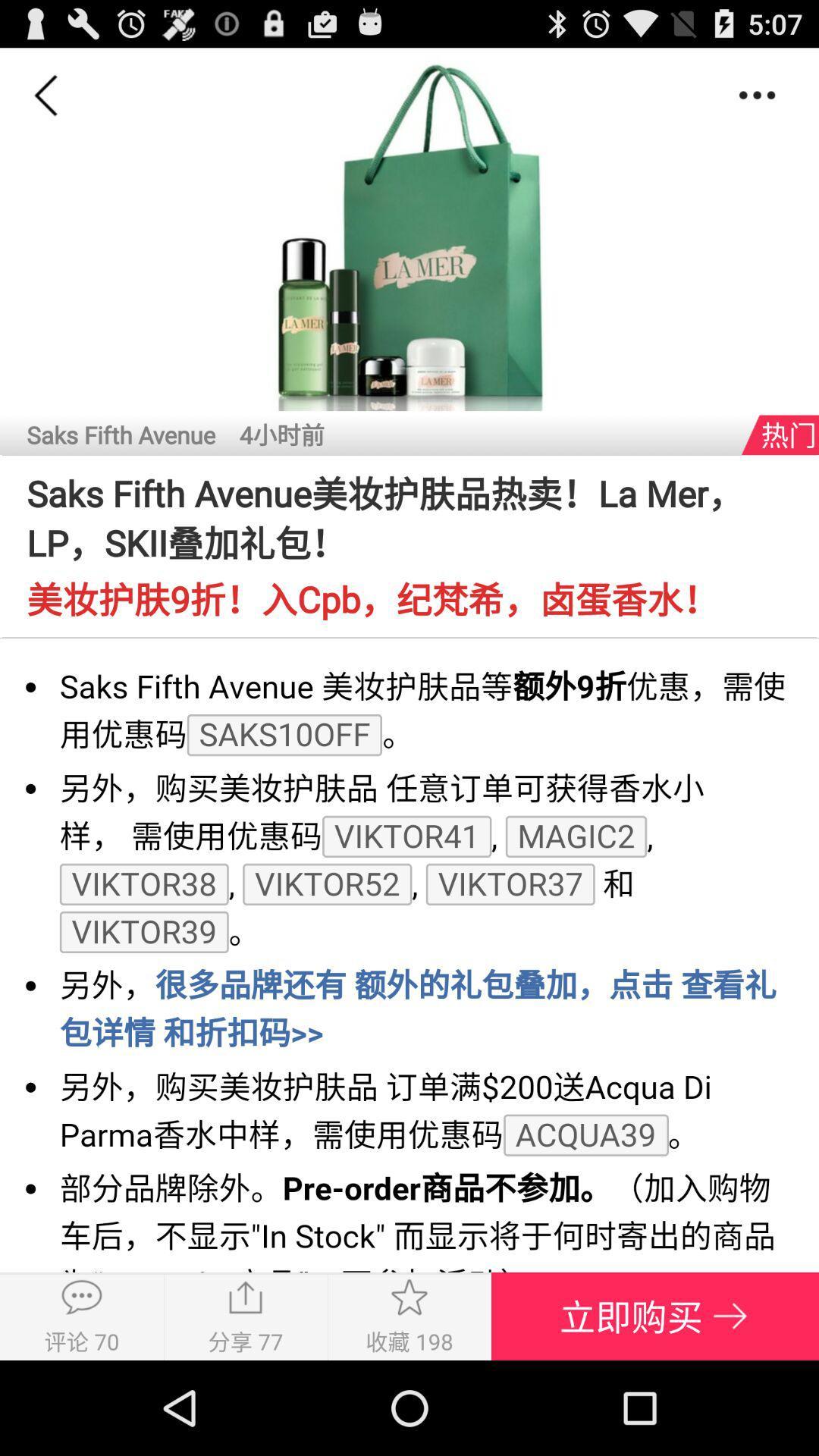  What do you see at coordinates (45, 101) in the screenshot?
I see `the arrow_backward icon` at bounding box center [45, 101].